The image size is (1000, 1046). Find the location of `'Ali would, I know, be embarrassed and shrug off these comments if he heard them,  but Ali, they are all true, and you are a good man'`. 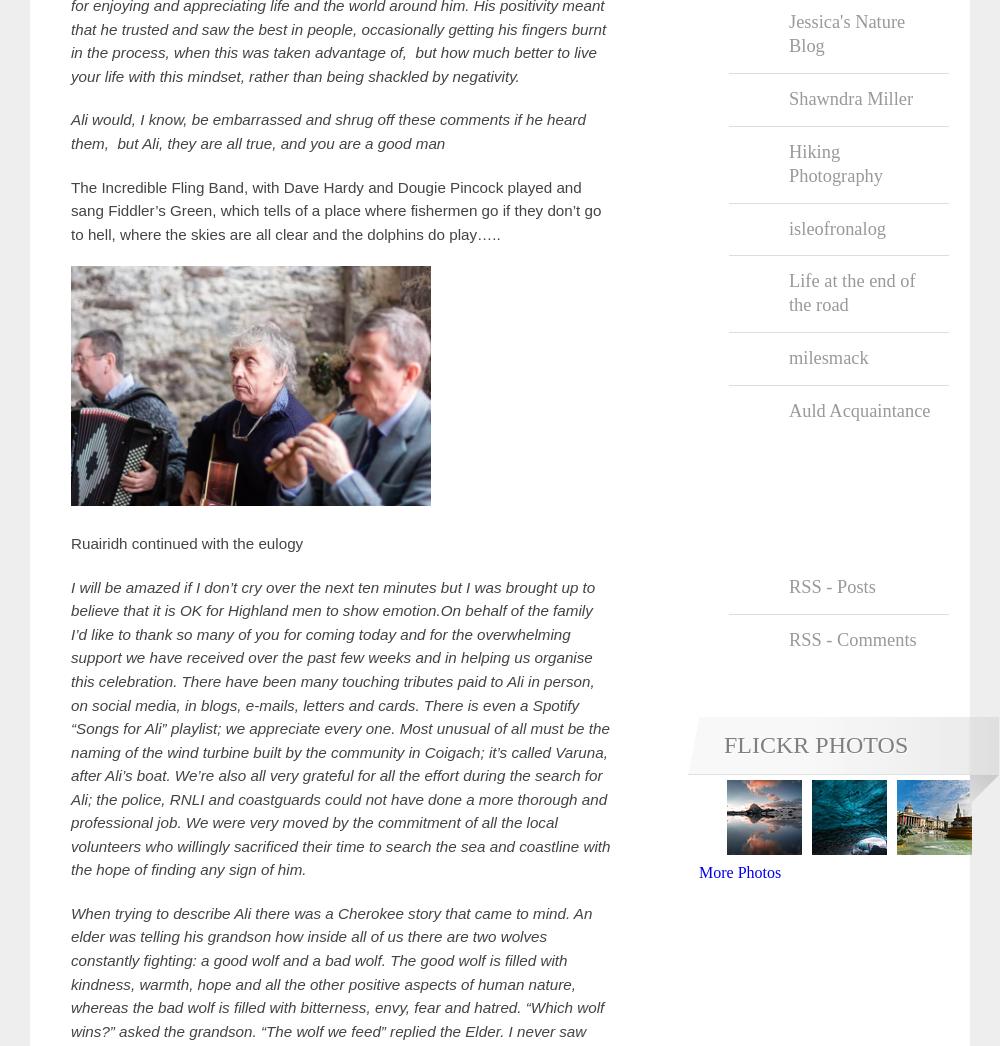

'Ali would, I know, be embarrassed and shrug off these comments if he heard them,  but Ali, they are all true, and you are a good man' is located at coordinates (327, 130).